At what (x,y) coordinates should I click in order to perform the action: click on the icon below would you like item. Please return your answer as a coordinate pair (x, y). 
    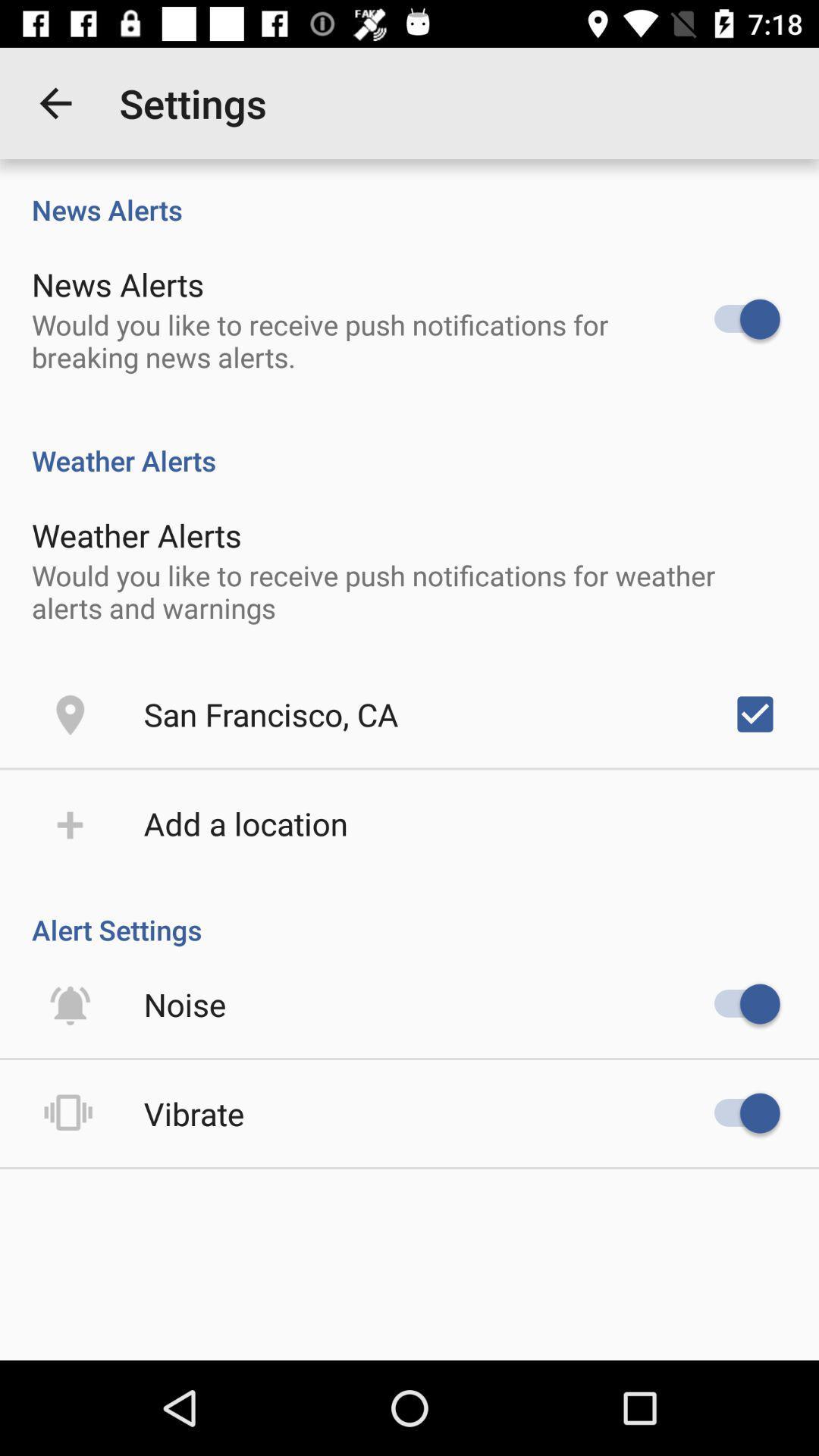
    Looking at the image, I should click on (270, 713).